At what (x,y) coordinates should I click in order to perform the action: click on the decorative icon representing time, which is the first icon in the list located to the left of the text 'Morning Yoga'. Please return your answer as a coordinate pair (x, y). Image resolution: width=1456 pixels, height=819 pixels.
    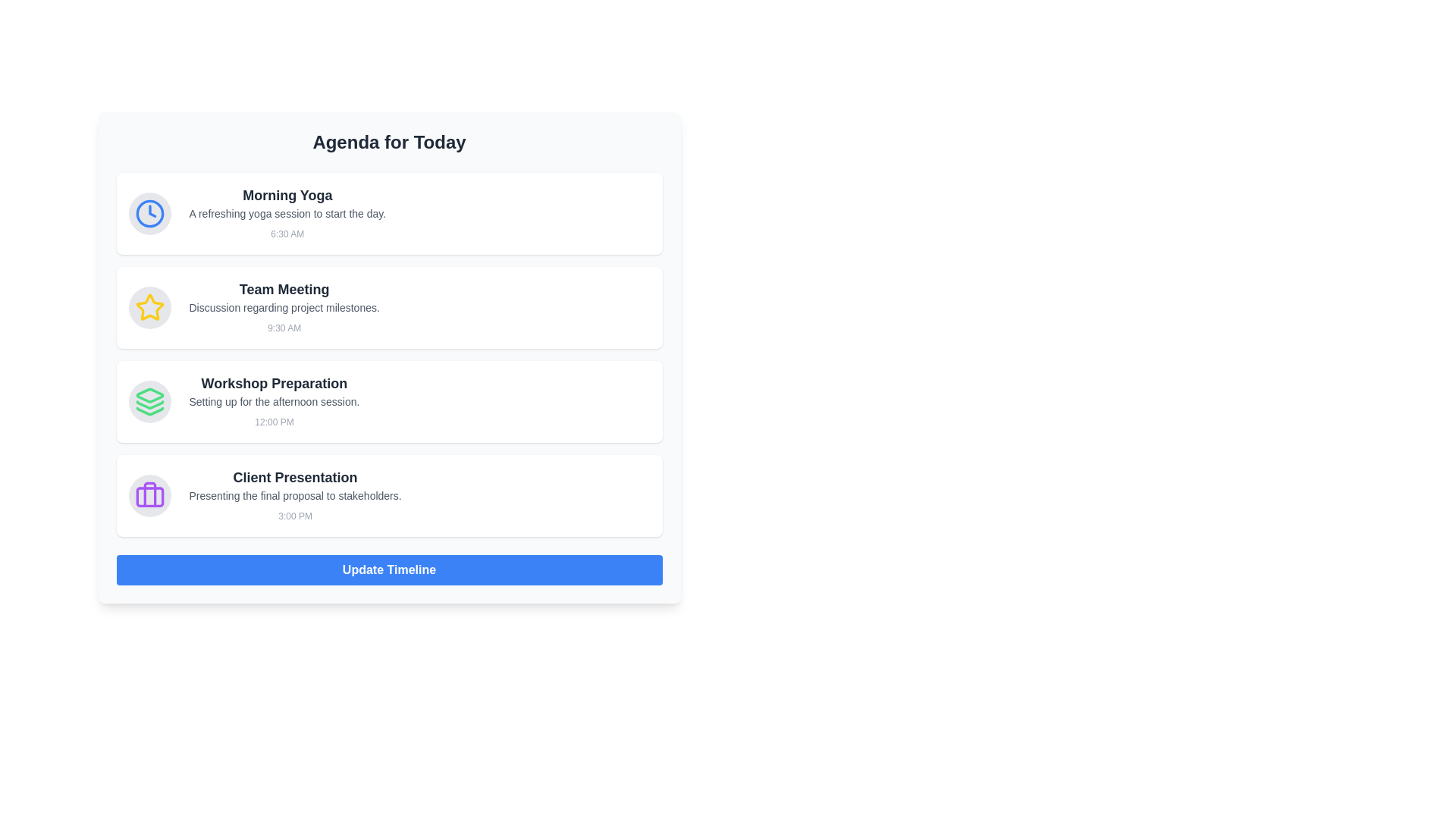
    Looking at the image, I should click on (149, 213).